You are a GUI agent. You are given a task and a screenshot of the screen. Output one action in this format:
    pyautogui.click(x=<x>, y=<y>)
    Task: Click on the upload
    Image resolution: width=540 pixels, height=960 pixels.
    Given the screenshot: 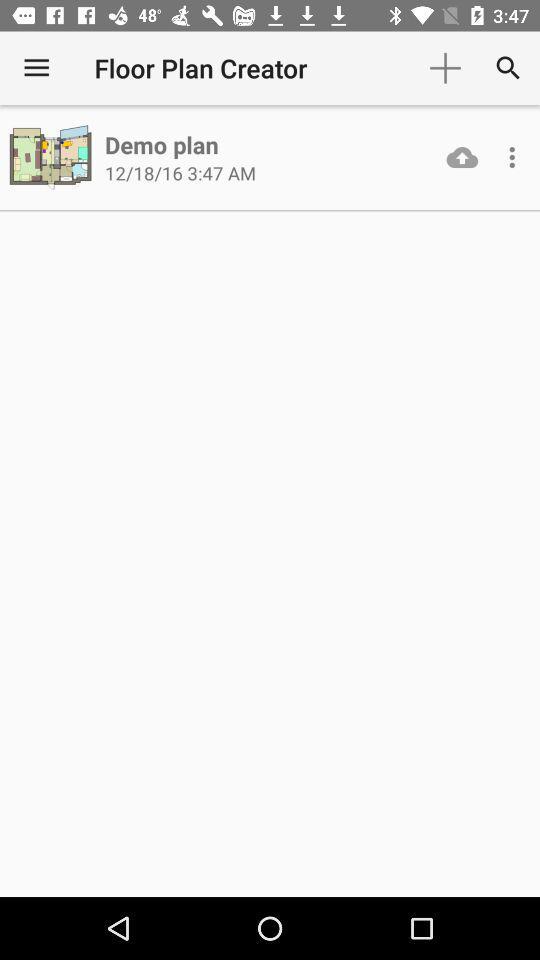 What is the action you would take?
    pyautogui.click(x=462, y=156)
    